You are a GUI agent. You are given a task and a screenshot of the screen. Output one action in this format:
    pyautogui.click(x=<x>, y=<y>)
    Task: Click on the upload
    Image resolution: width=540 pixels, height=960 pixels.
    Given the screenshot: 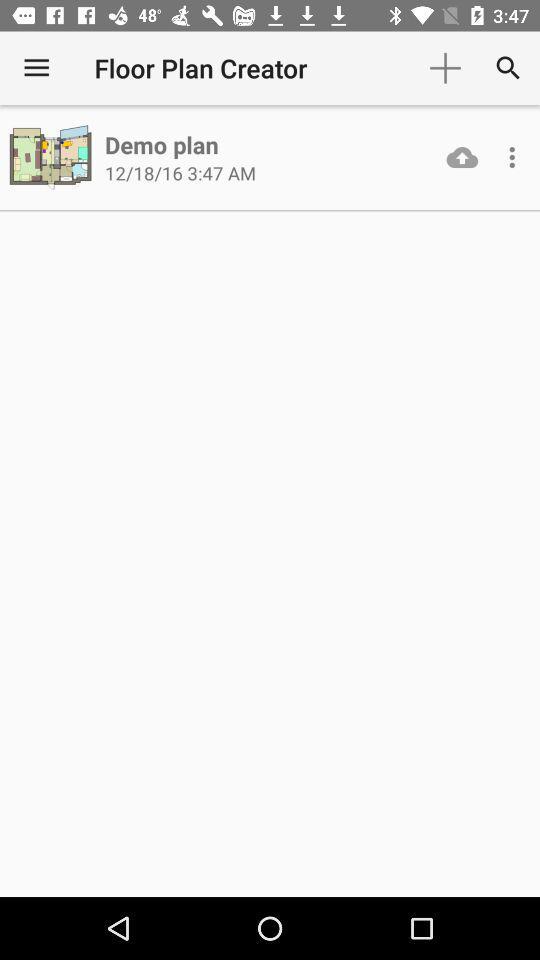 What is the action you would take?
    pyautogui.click(x=462, y=156)
    